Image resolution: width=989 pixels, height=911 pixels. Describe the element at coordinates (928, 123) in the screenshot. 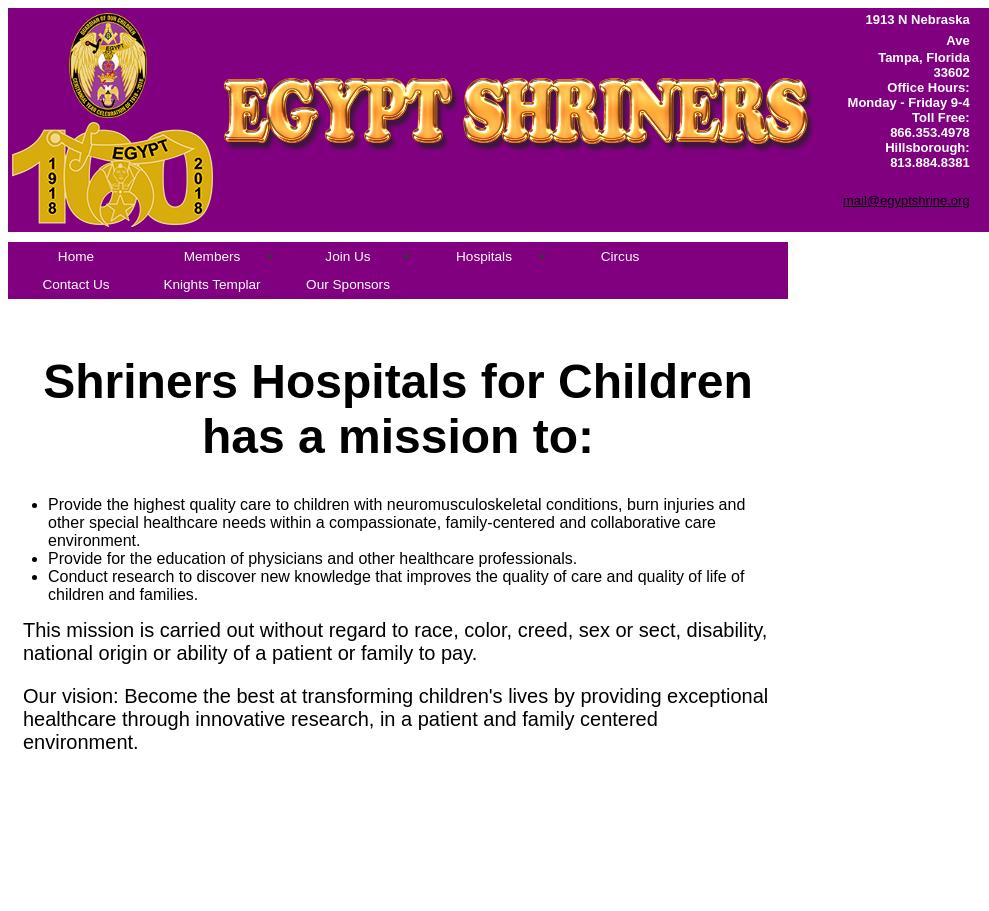

I see `'Toll Free: 866.353.4978'` at that location.